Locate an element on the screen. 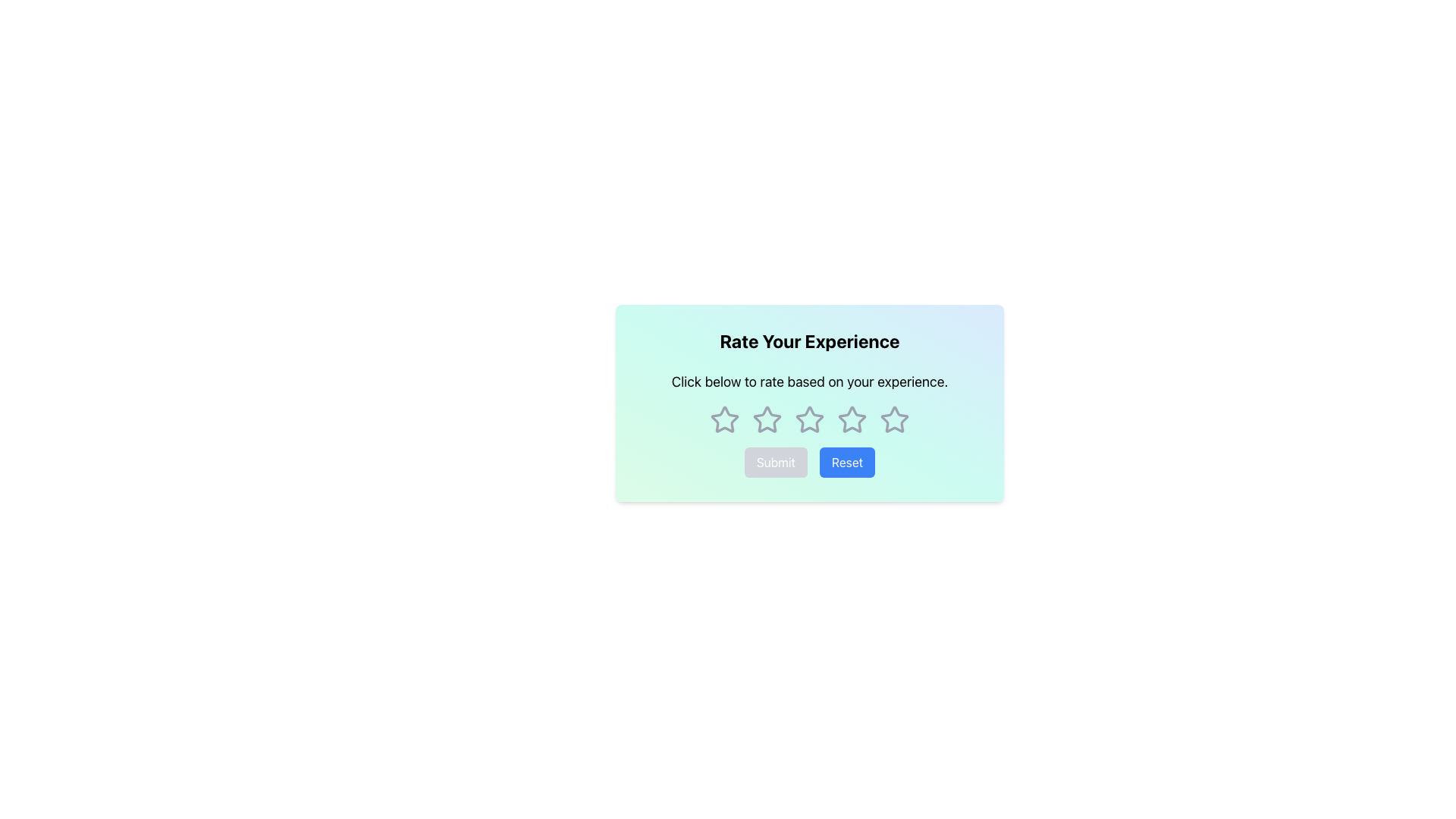 The height and width of the screenshot is (819, 1456). the first star icon in the rating system to trigger its hover effect is located at coordinates (723, 420).